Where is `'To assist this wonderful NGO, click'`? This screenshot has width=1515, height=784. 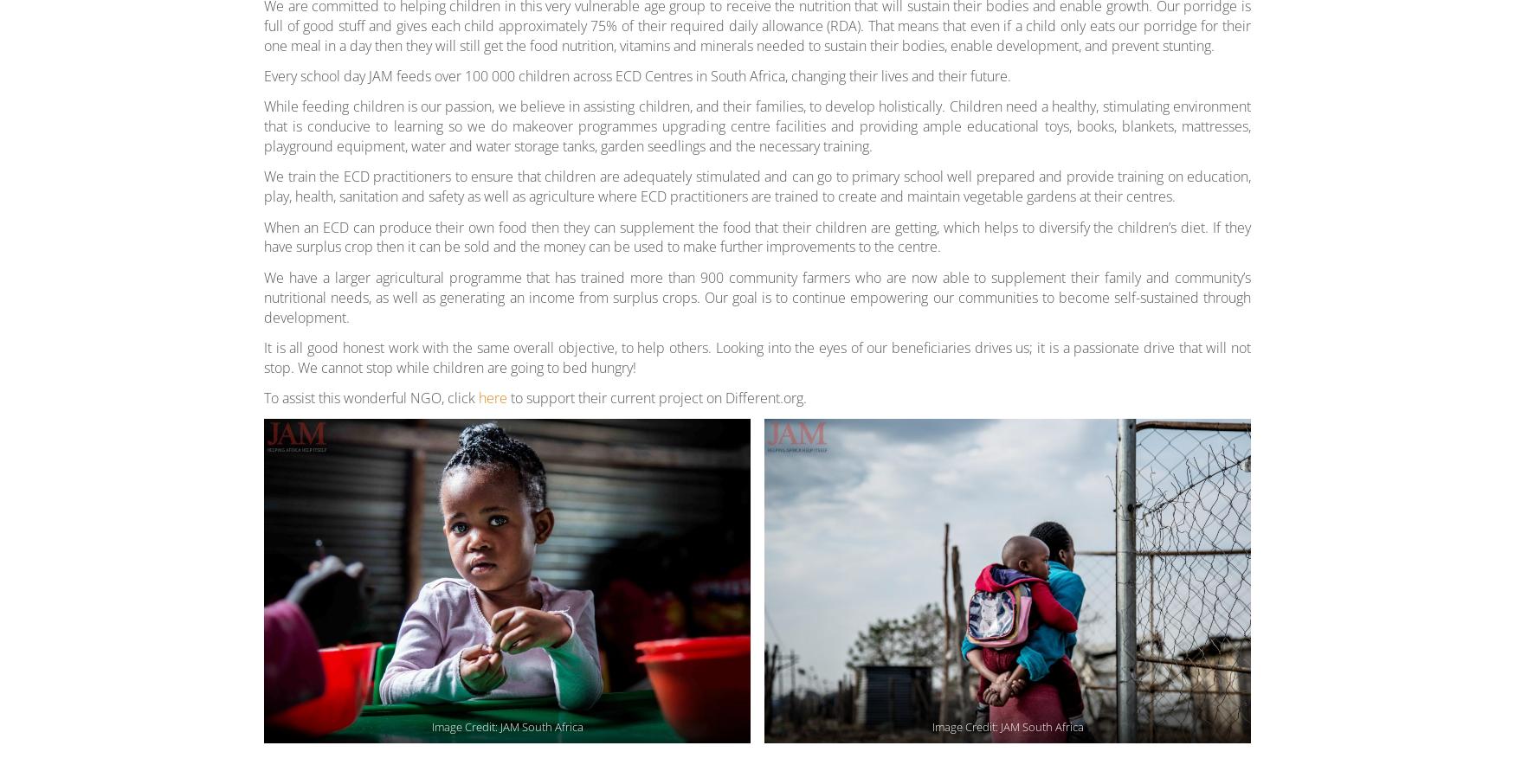 'To assist this wonderful NGO, click' is located at coordinates (370, 396).